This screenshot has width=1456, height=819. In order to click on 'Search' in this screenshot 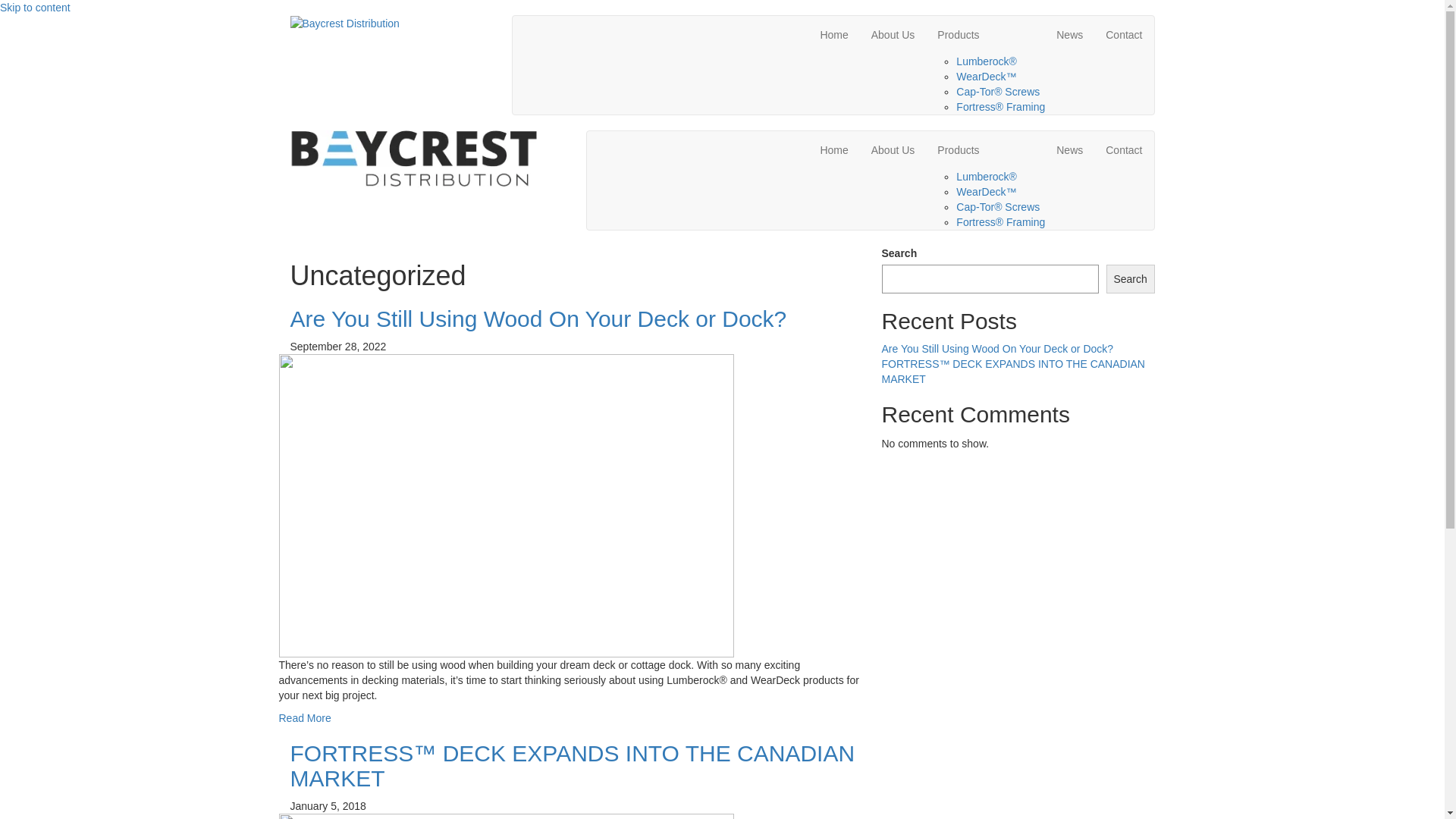, I will do `click(1131, 278)`.